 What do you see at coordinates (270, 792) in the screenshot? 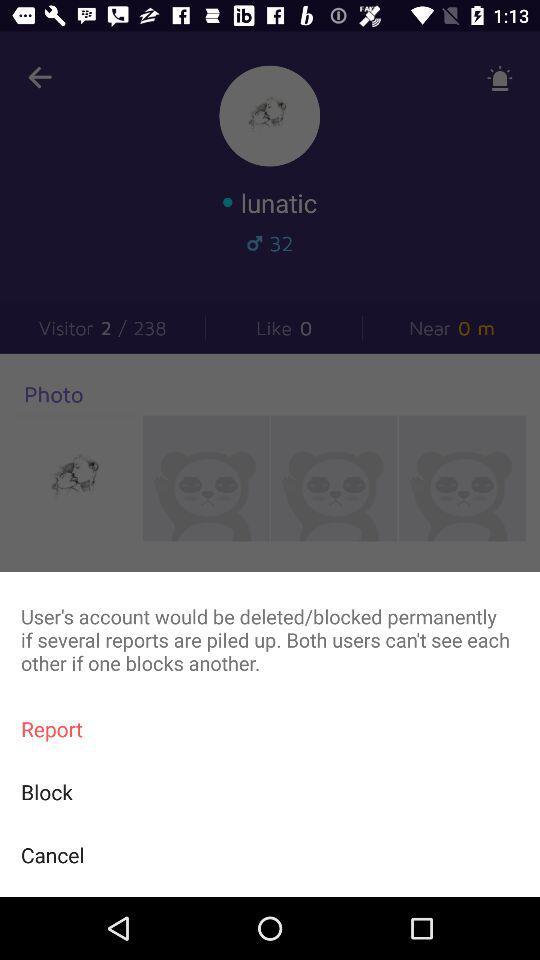
I see `item above the cancel` at bounding box center [270, 792].